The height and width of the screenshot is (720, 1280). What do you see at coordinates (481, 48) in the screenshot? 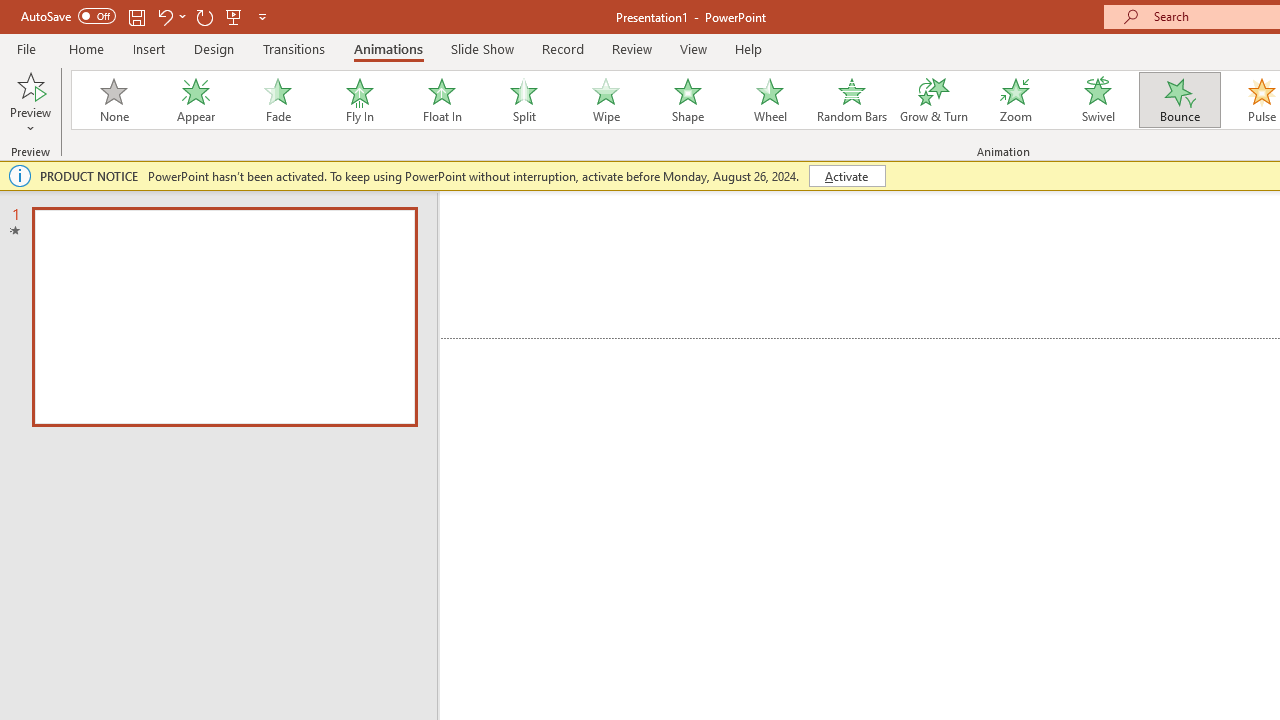
I see `'Slide Show'` at bounding box center [481, 48].